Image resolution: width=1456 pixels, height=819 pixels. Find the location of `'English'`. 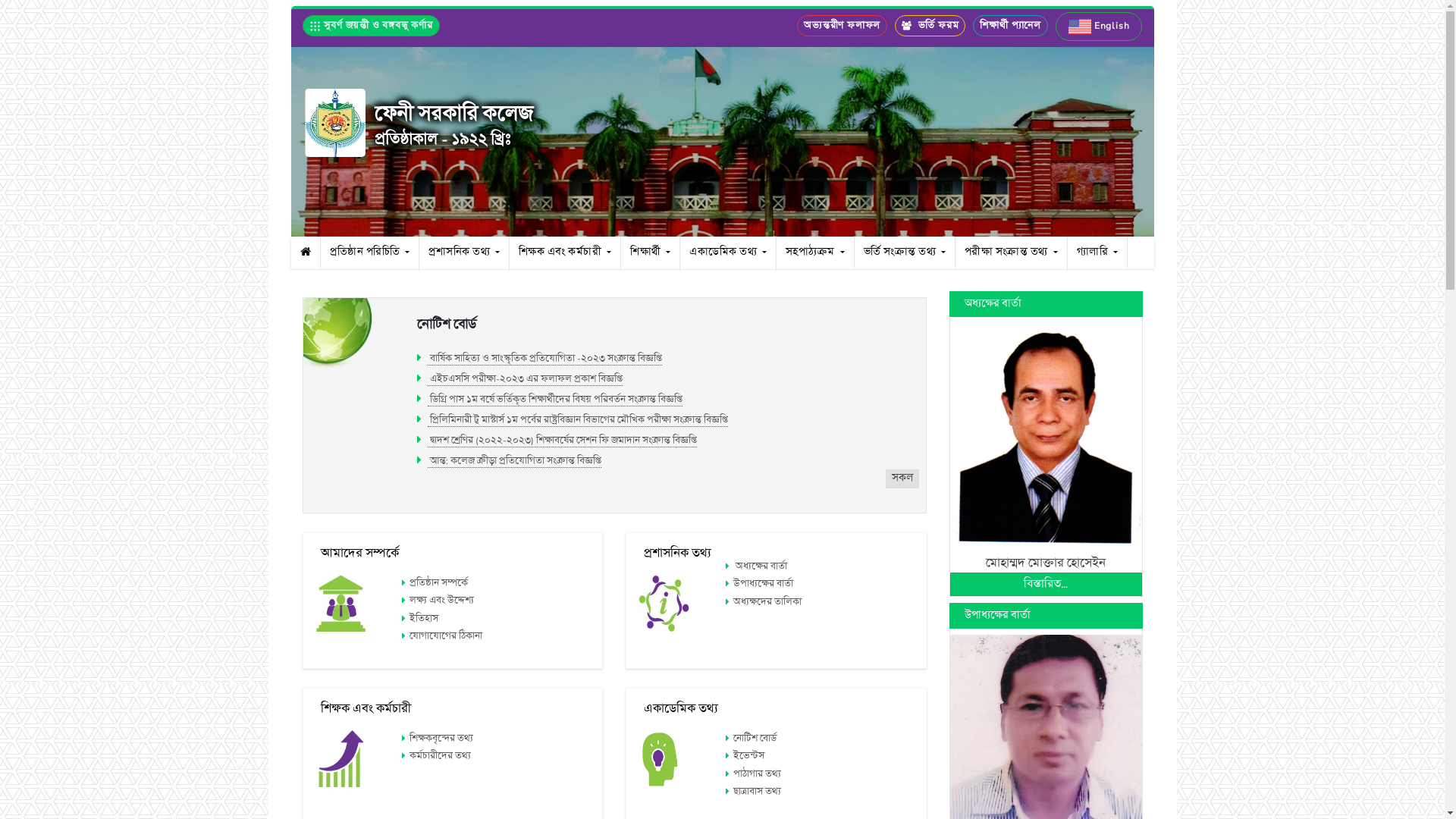

'English' is located at coordinates (1055, 26).